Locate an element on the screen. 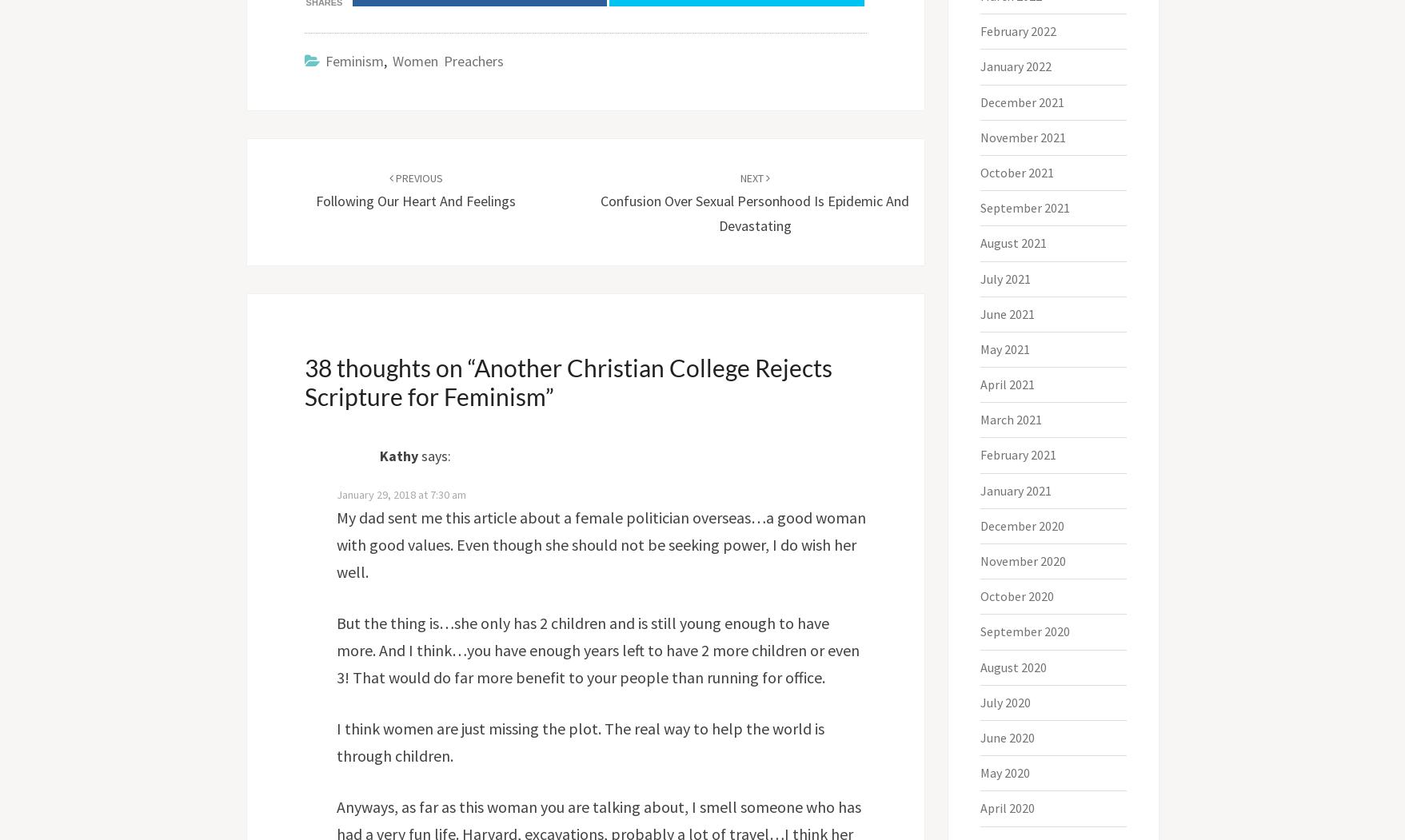  'November 2021' is located at coordinates (1023, 136).